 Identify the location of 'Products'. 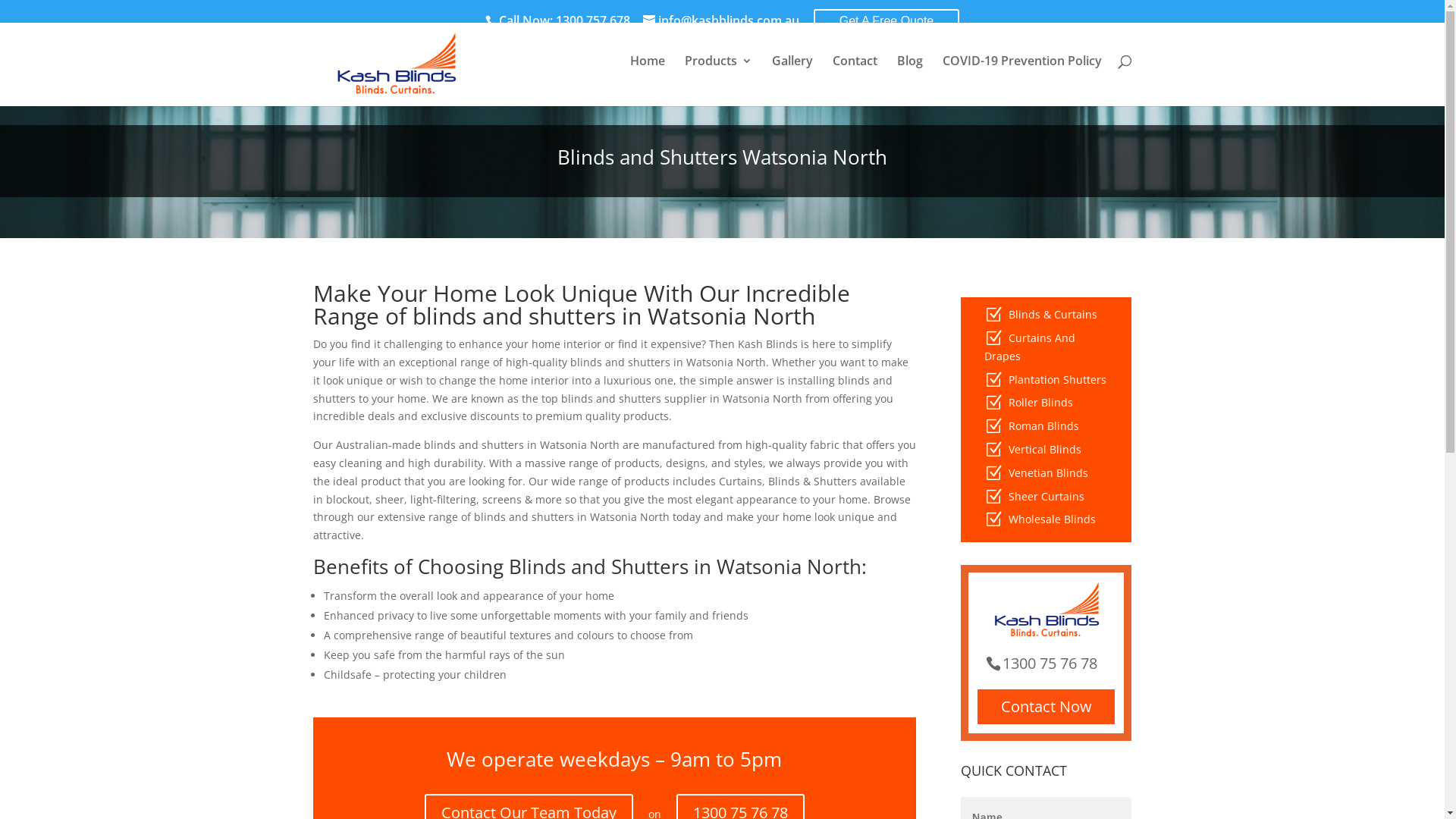
(717, 73).